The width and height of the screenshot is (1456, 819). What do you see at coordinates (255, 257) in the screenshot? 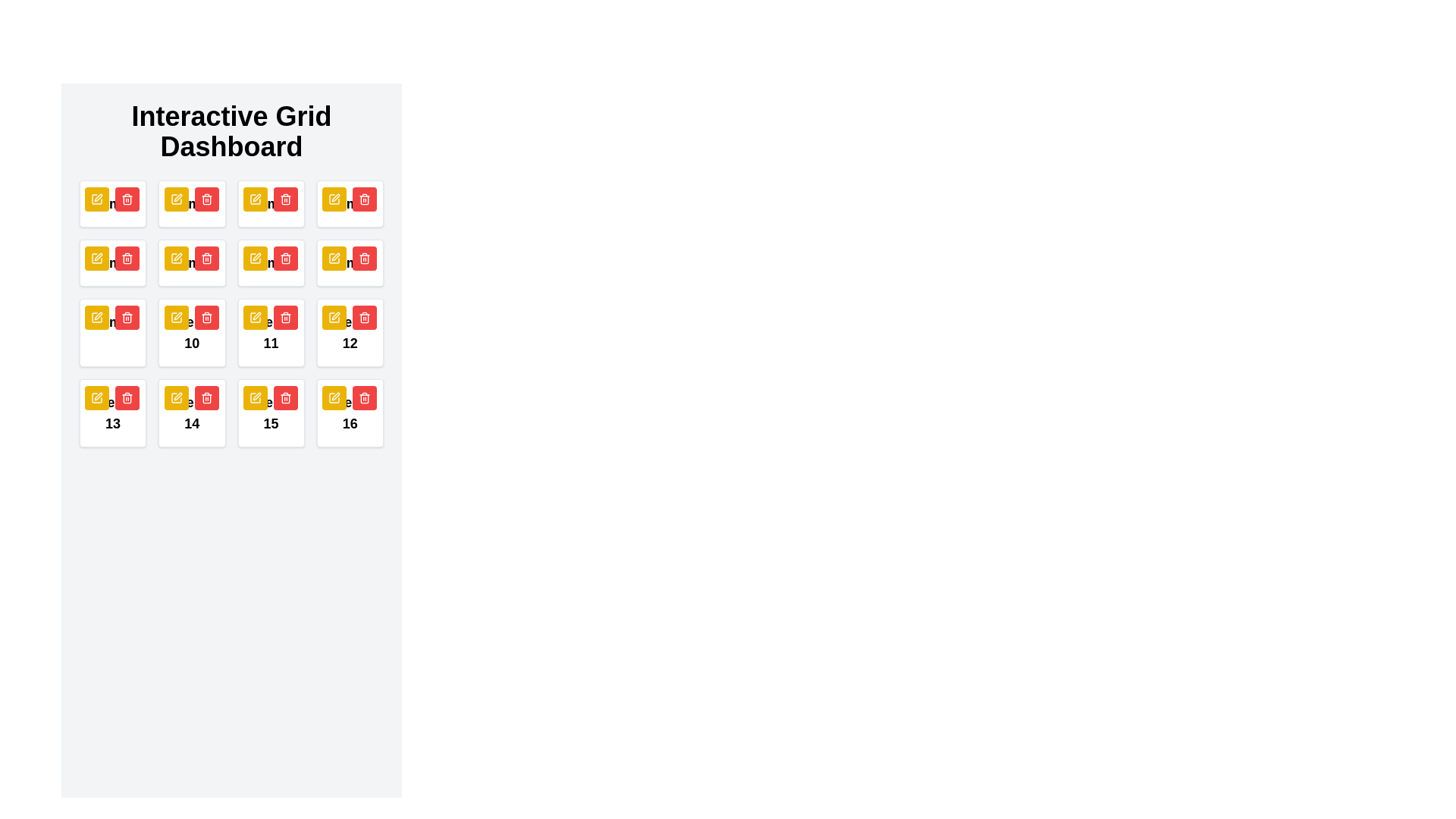
I see `the decorative graphic element within the edit button icon for cell '11' in the interactive grid layout` at bounding box center [255, 257].